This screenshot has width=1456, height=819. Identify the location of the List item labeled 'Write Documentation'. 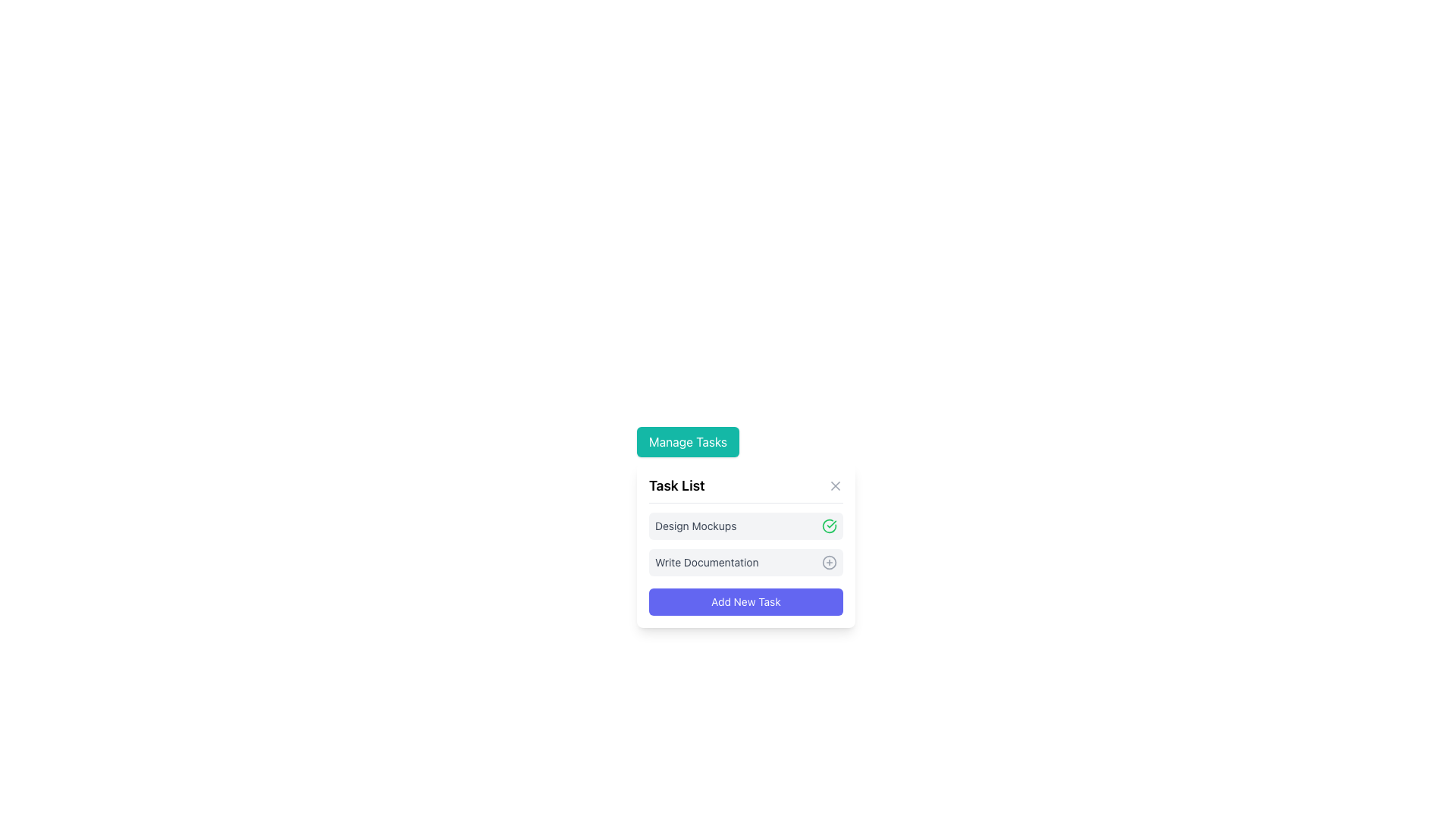
(745, 562).